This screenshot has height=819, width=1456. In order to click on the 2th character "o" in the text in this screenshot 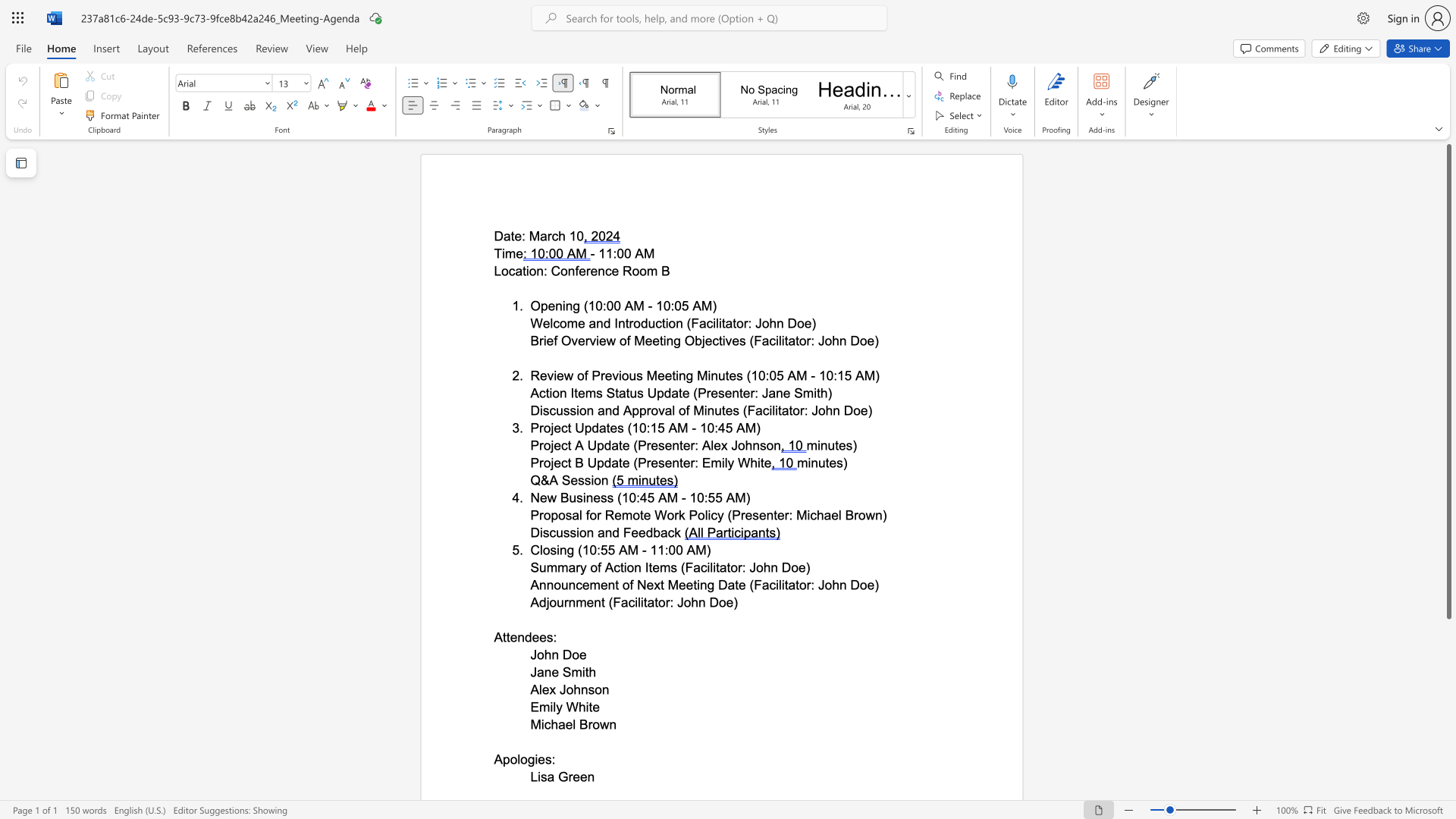, I will do `click(524, 759)`.